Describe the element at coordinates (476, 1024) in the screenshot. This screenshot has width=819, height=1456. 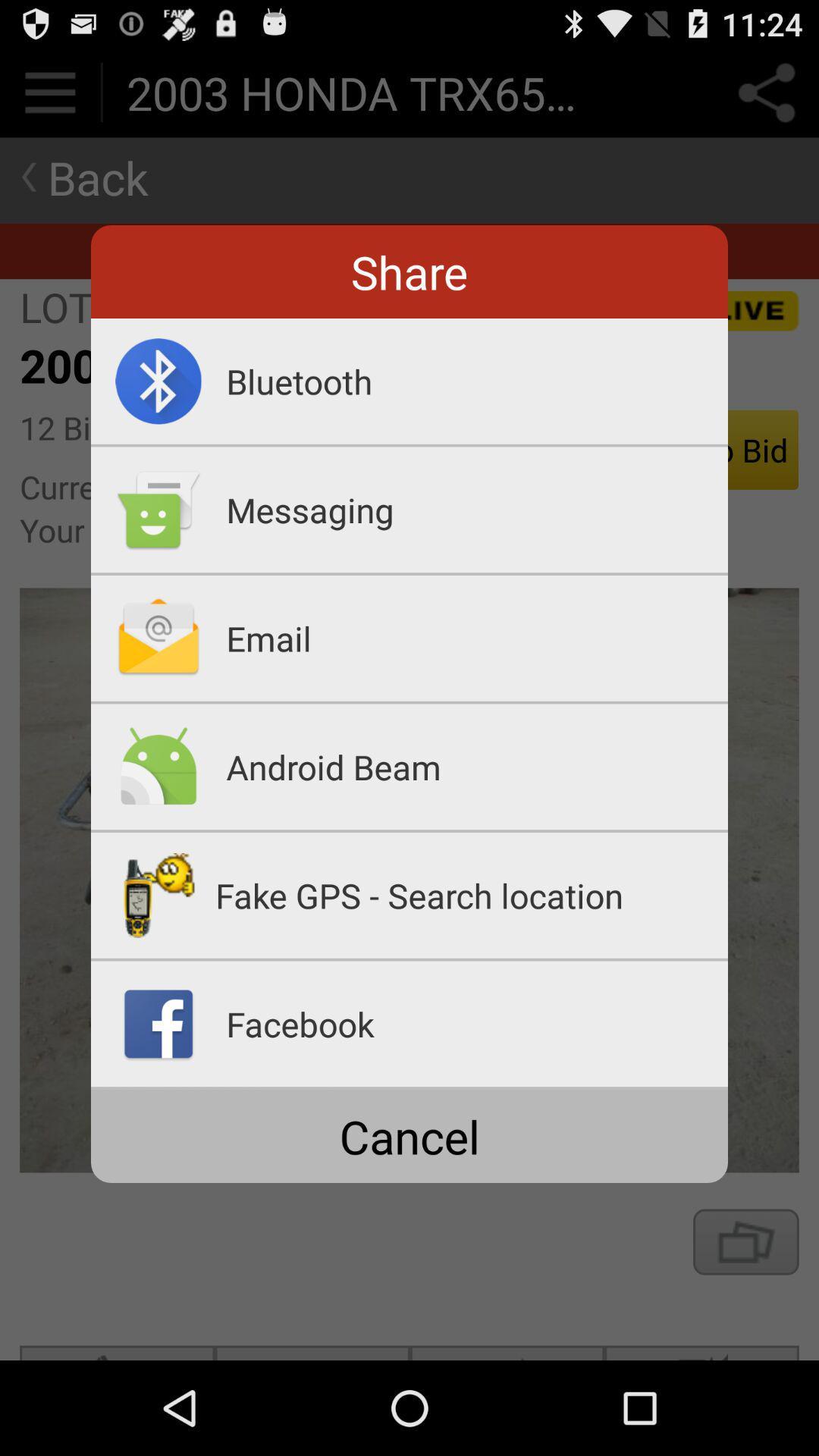
I see `the facebook app` at that location.